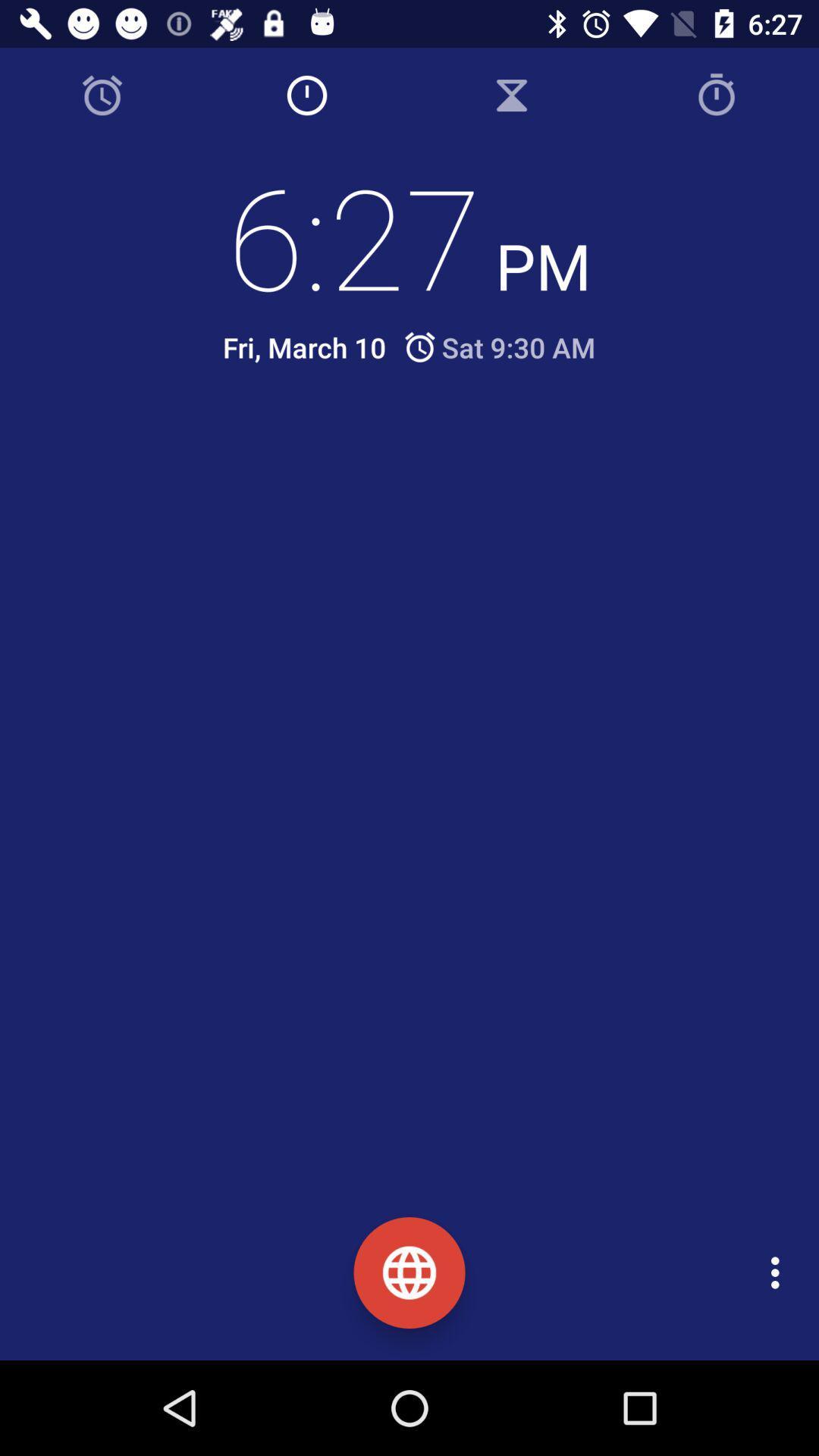  I want to click on item at the bottom right corner, so click(779, 1272).